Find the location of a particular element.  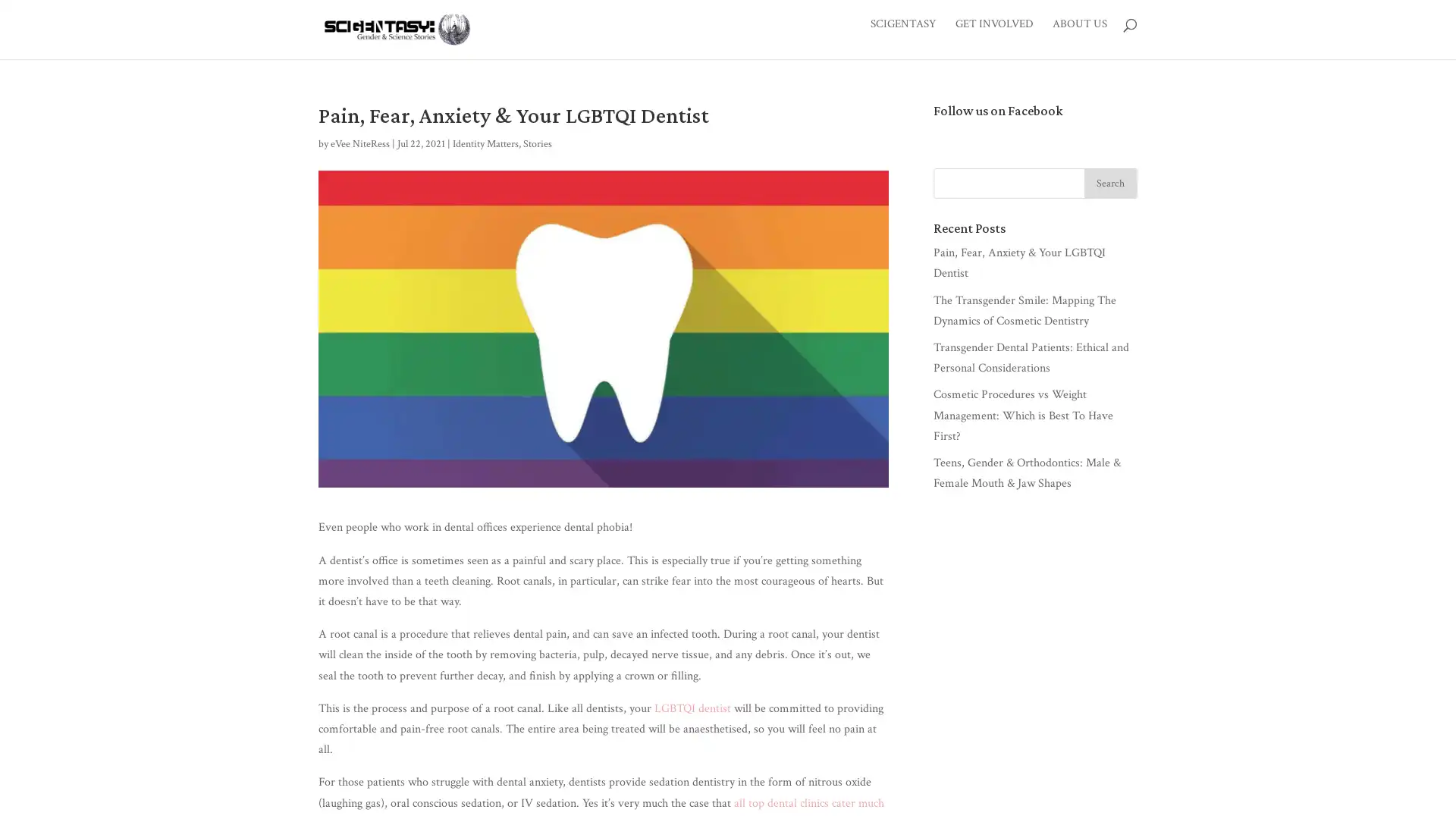

Search is located at coordinates (1110, 186).